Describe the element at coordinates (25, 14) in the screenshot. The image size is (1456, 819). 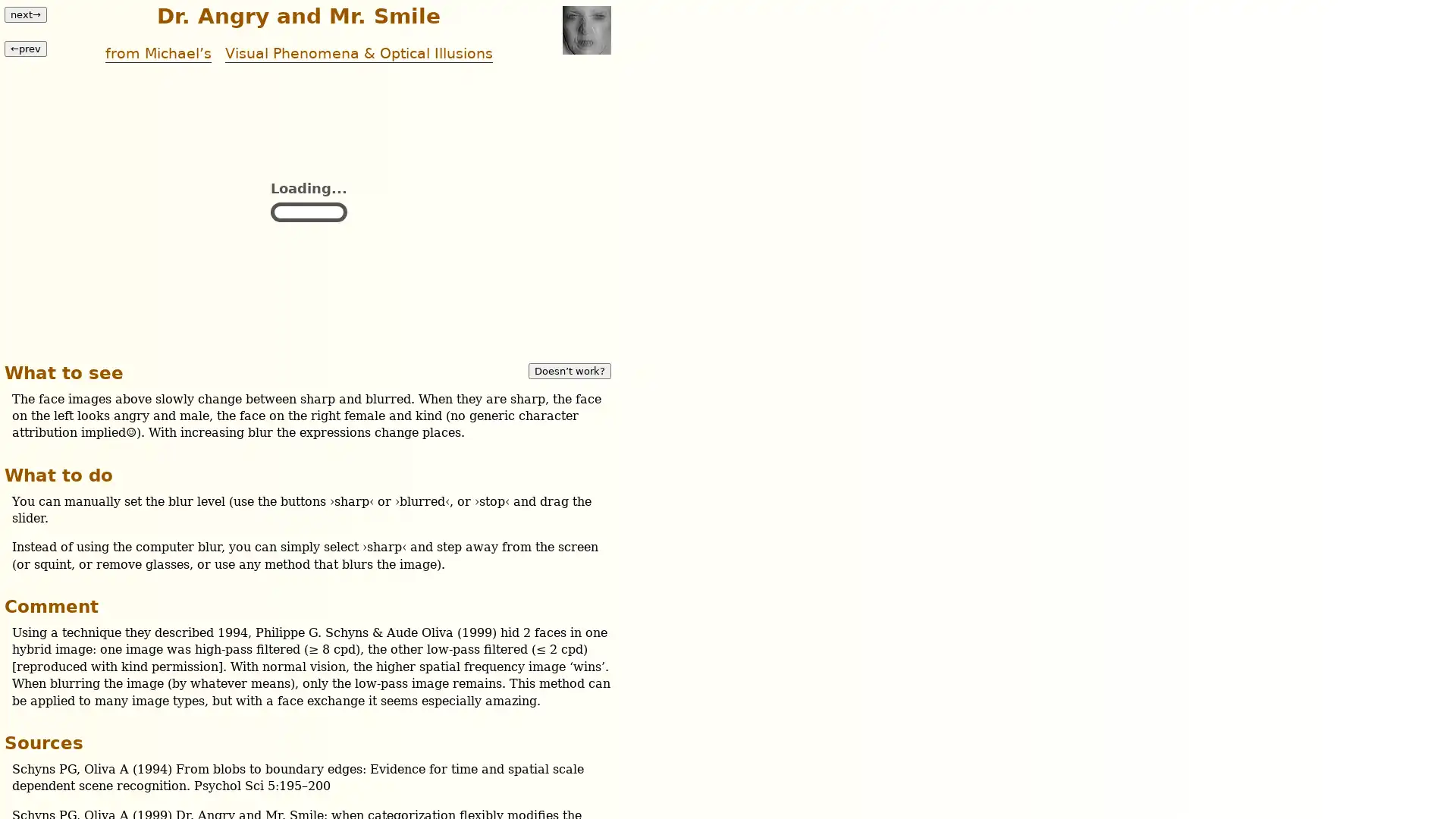
I see `next` at that location.